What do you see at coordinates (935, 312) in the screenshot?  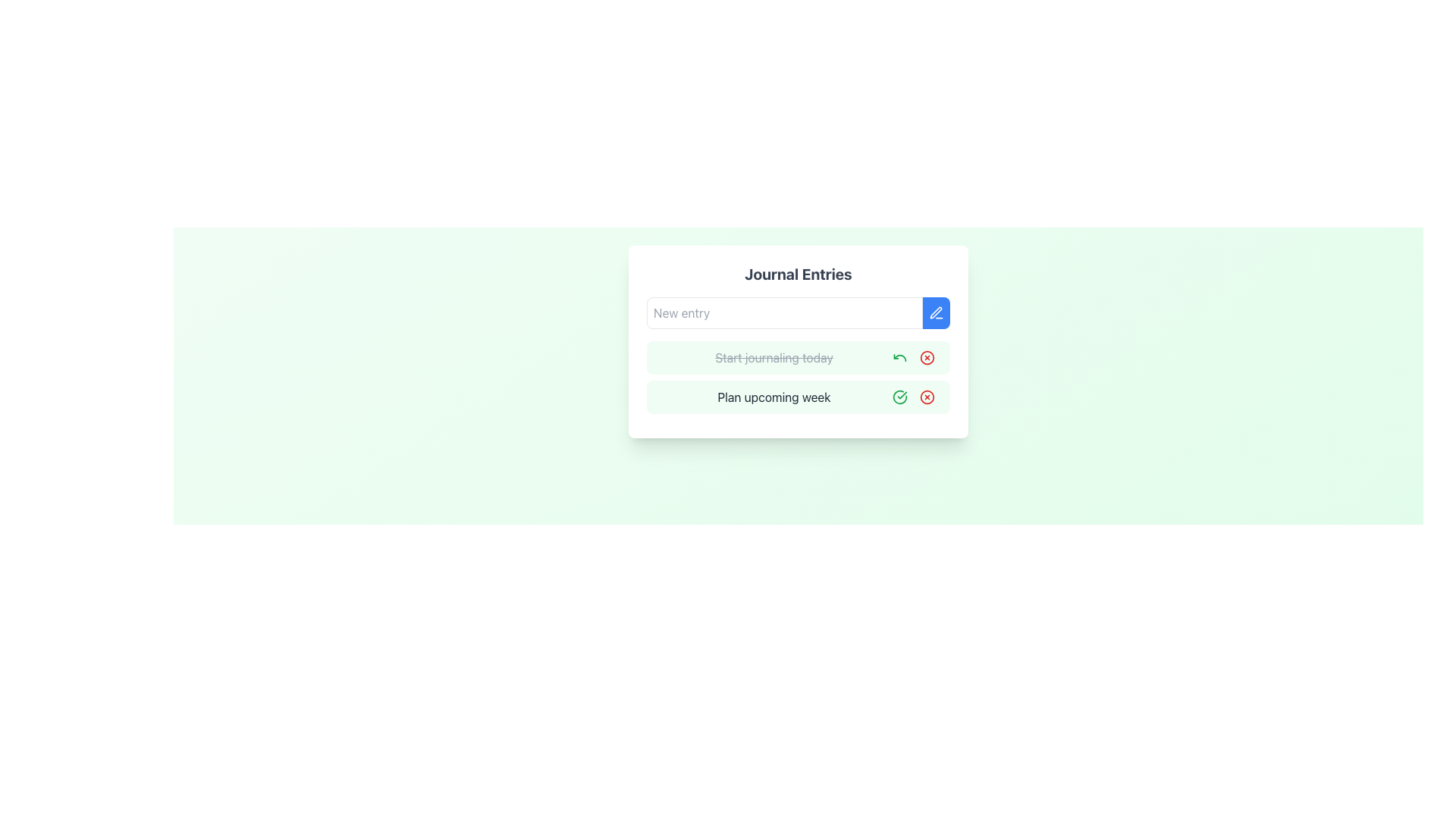 I see `the 'submit' button located to the right of the 'New entry' text box` at bounding box center [935, 312].